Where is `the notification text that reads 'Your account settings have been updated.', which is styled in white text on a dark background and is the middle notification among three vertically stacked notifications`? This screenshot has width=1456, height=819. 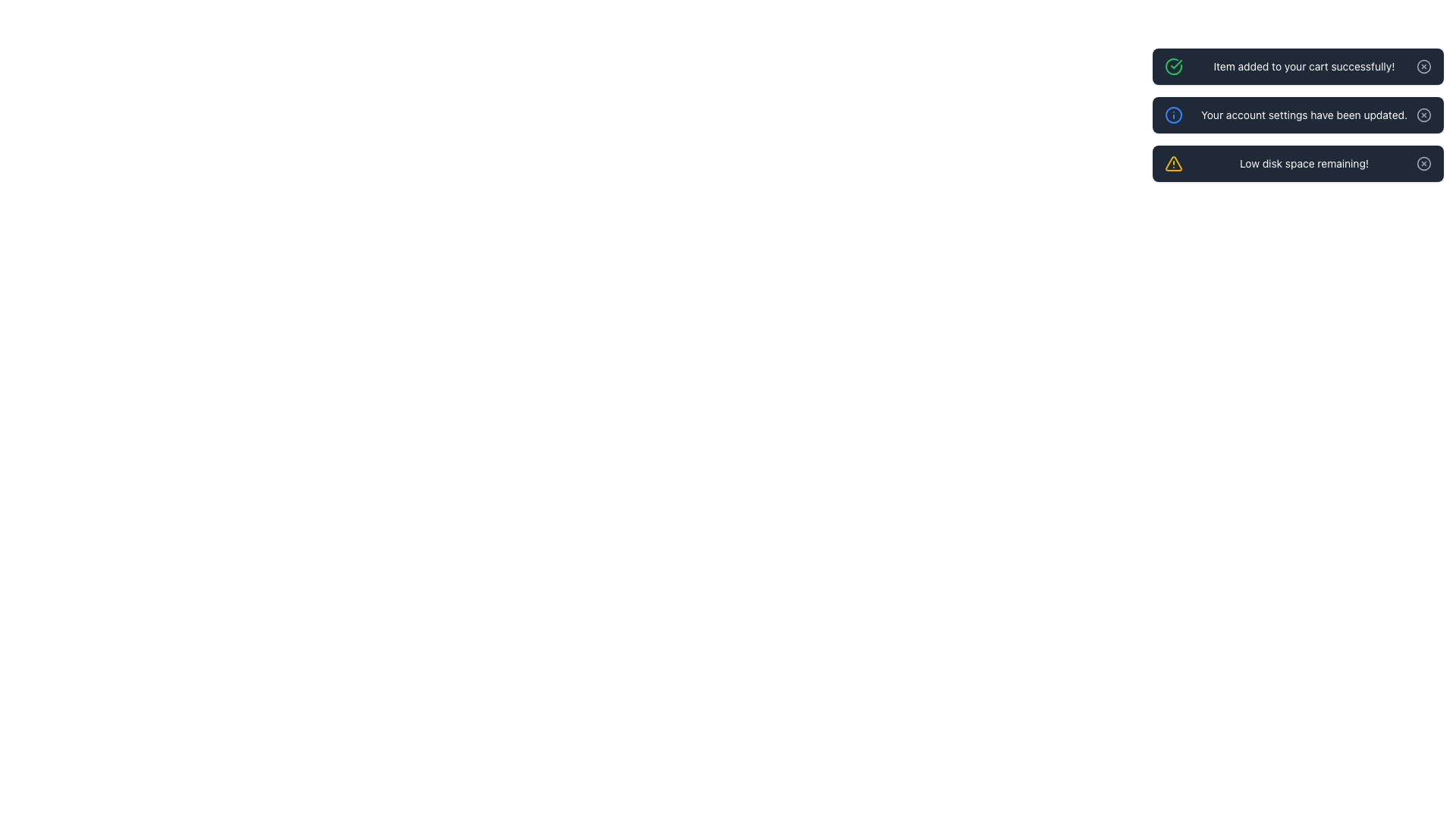
the notification text that reads 'Your account settings have been updated.', which is styled in white text on a dark background and is the middle notification among three vertically stacked notifications is located at coordinates (1303, 114).